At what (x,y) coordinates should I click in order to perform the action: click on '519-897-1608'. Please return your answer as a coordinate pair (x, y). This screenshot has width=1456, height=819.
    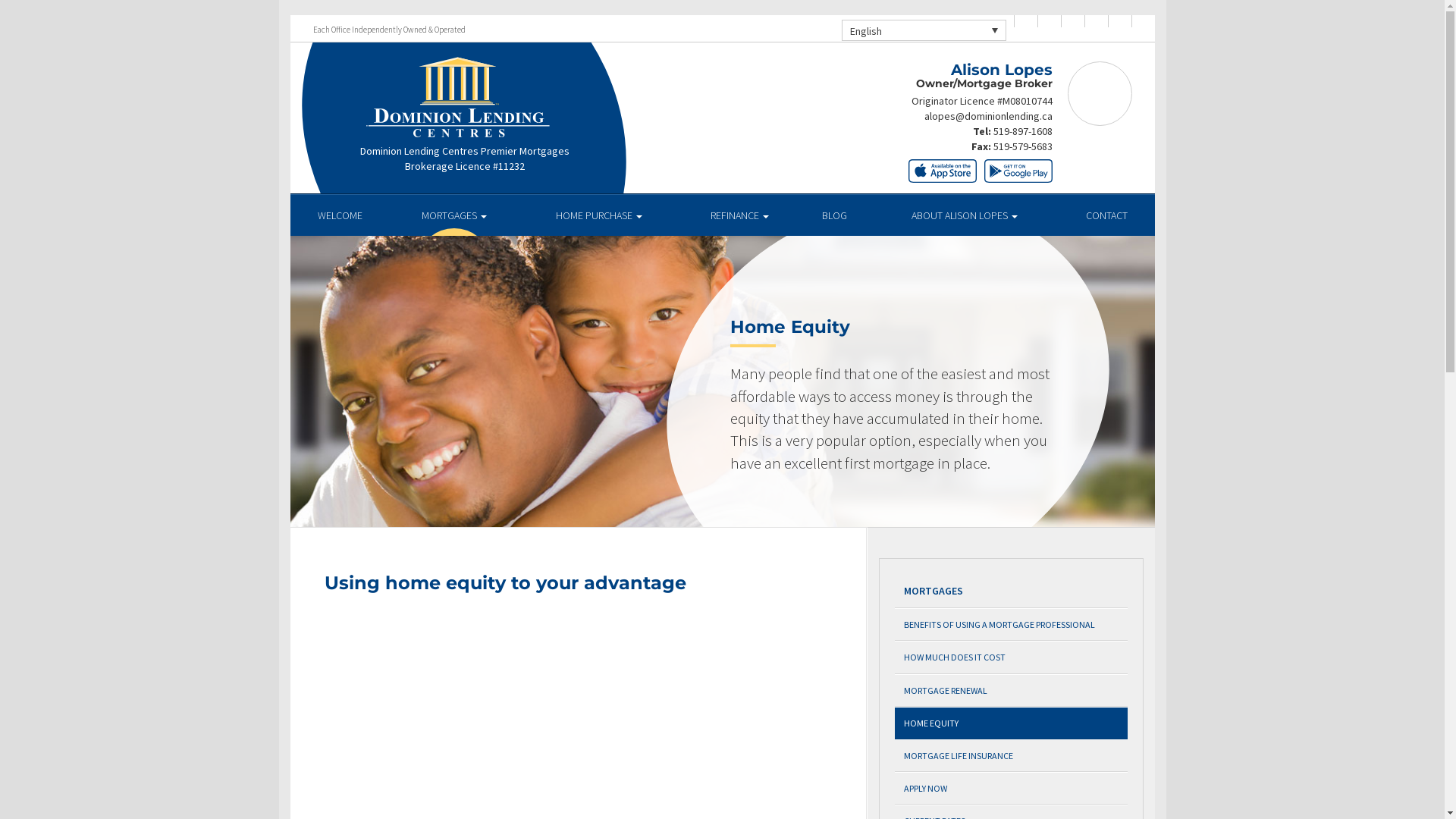
    Looking at the image, I should click on (993, 130).